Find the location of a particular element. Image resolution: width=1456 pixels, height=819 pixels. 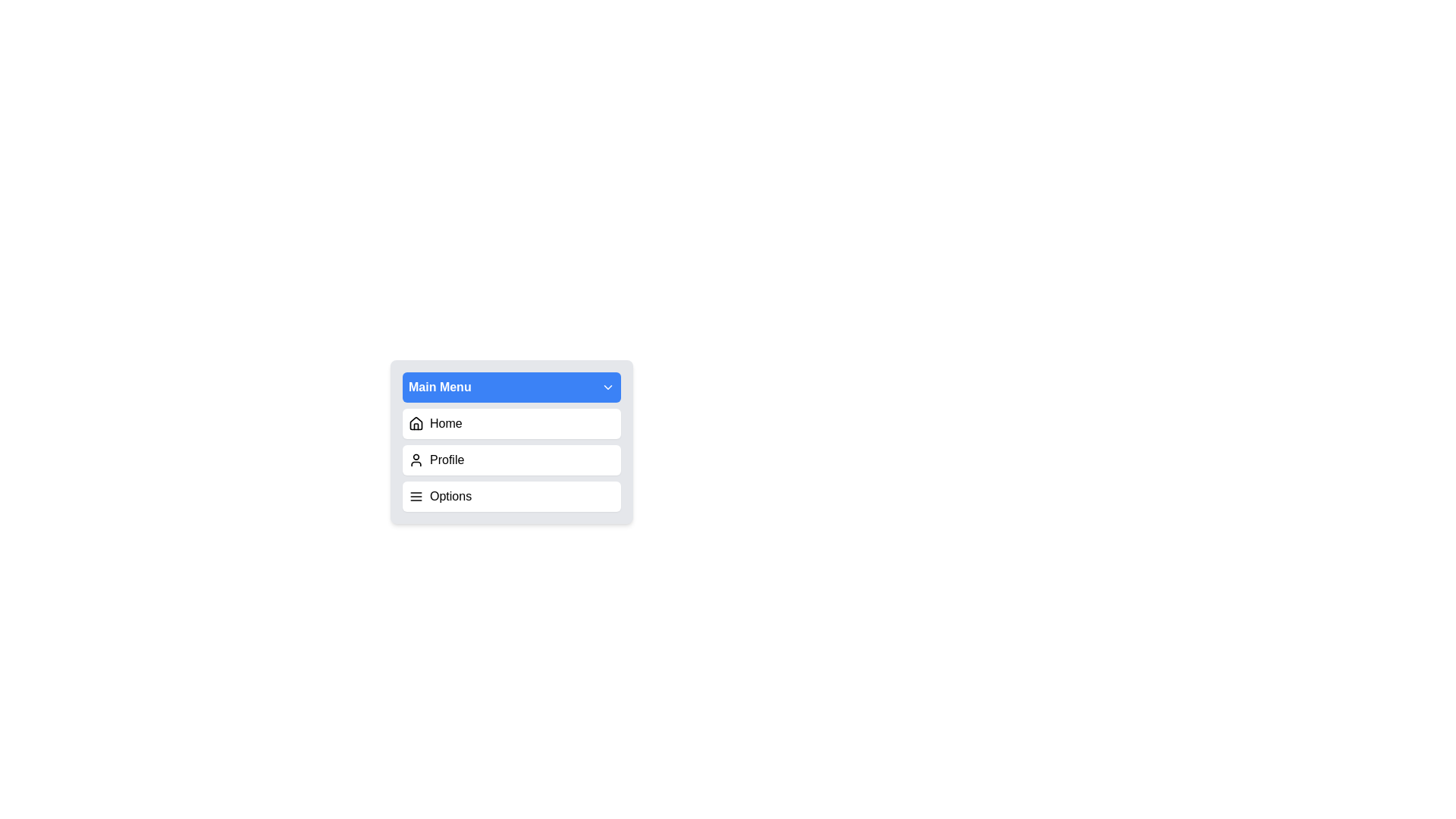

the second button in the vertical menu list titled 'Main Menu', located below the 'Home' button and above the 'Options' button is located at coordinates (512, 459).